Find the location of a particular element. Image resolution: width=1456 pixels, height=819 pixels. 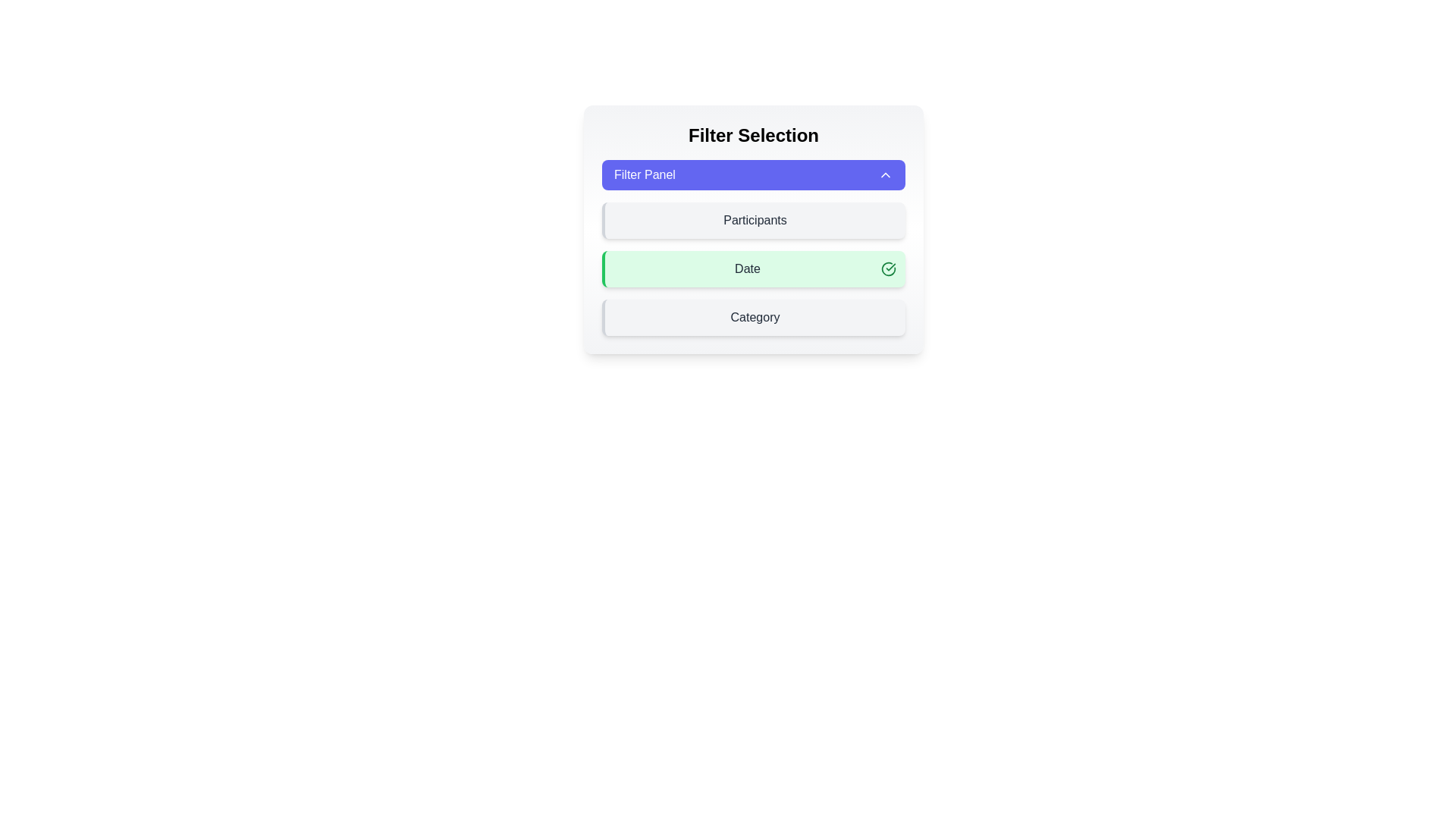

the 'Filter Panel' button to toggle the visibility of the filter panel is located at coordinates (753, 174).